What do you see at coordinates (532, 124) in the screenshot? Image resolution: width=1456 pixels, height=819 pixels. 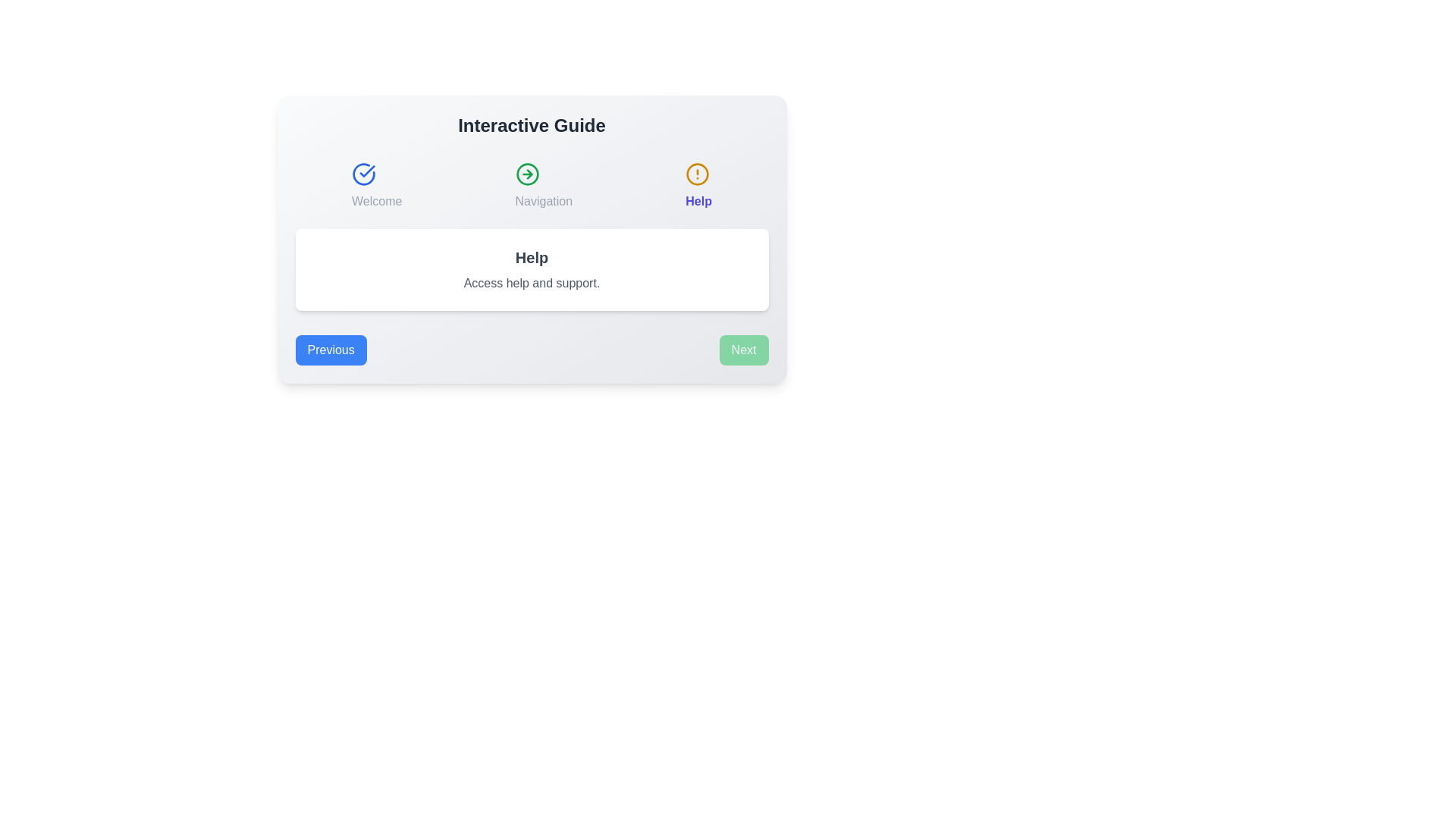 I see `the text header displaying 'Interactive Guide', which is styled with a bold font and centered alignment, located at the top of a rectangular panel` at bounding box center [532, 124].